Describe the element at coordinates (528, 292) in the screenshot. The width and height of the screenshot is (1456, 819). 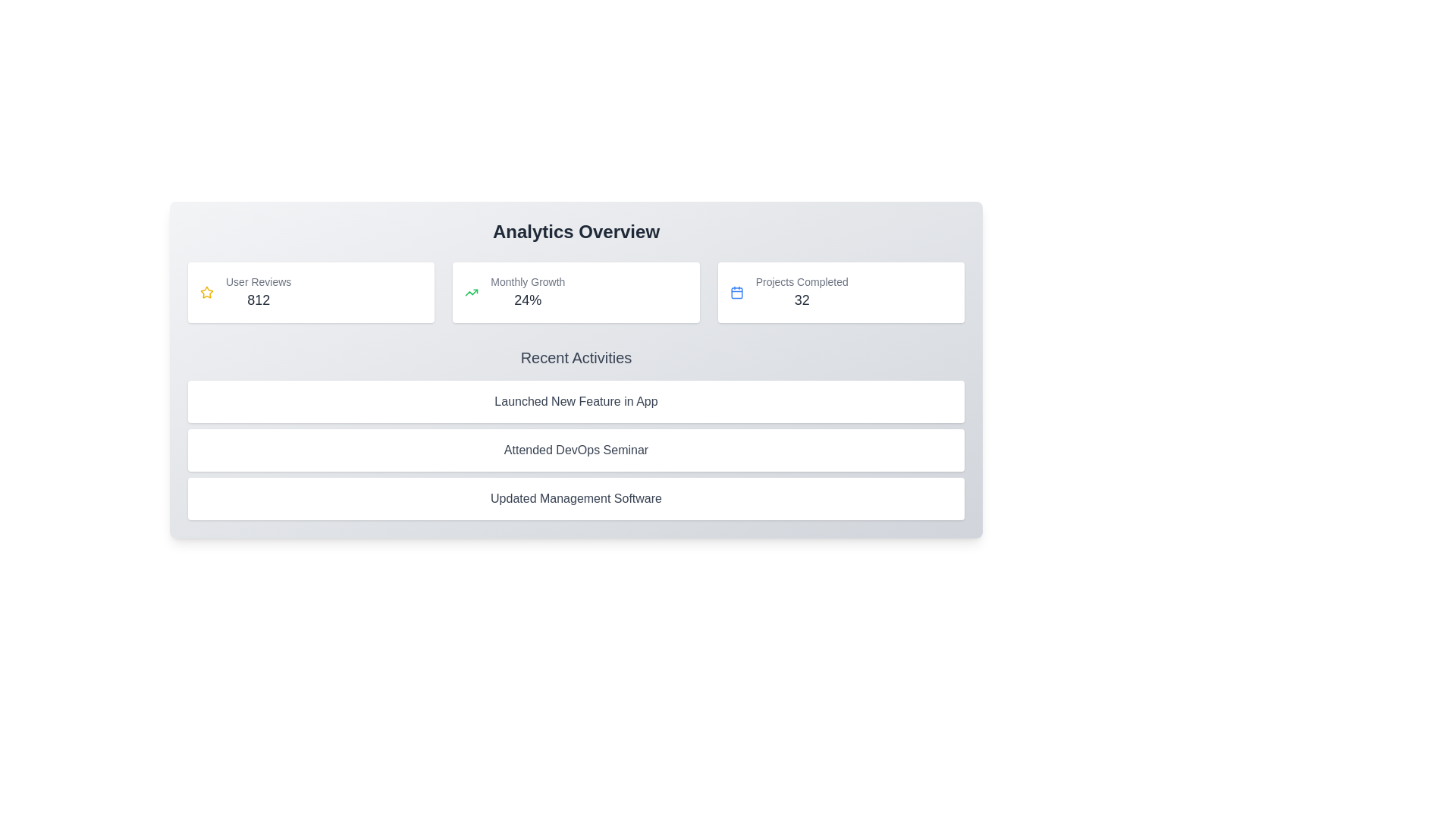
I see `the static text element displaying 'Monthly Growth' and '24%' within the second card of the top row in the dashboard` at that location.